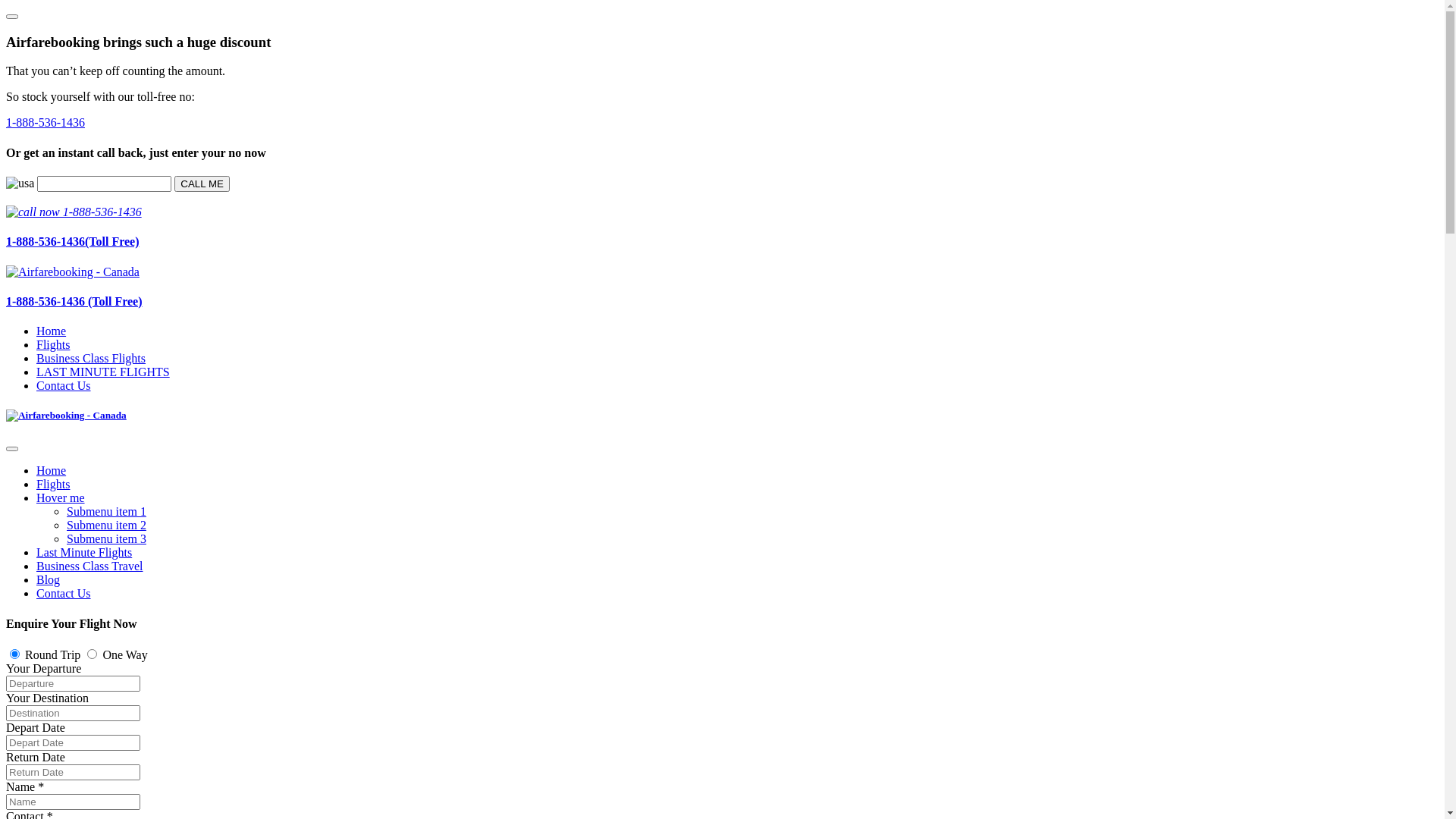  Describe the element at coordinates (36, 358) in the screenshot. I see `'Business Class Flights'` at that location.